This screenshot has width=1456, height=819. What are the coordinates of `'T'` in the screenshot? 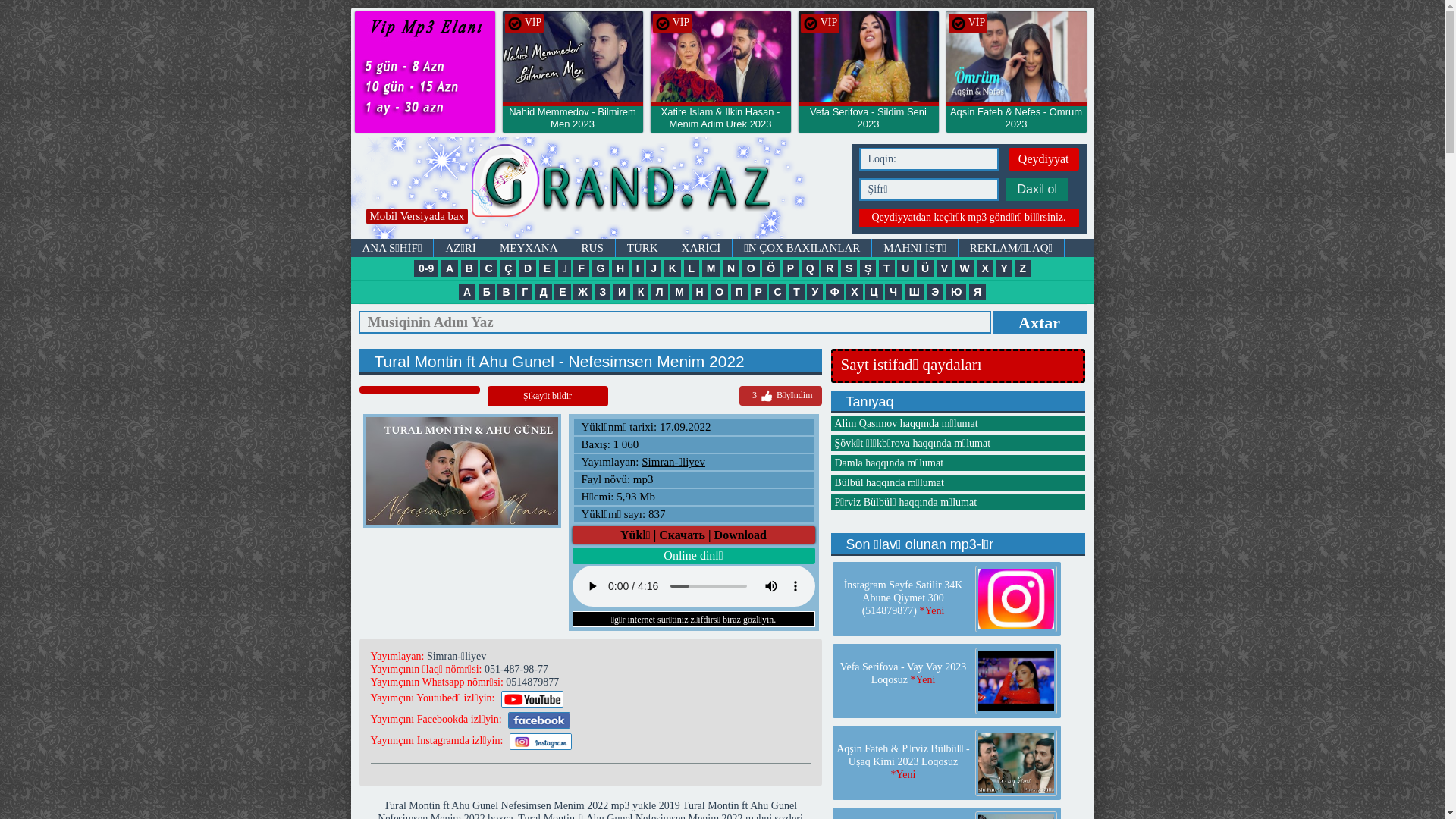 It's located at (878, 268).